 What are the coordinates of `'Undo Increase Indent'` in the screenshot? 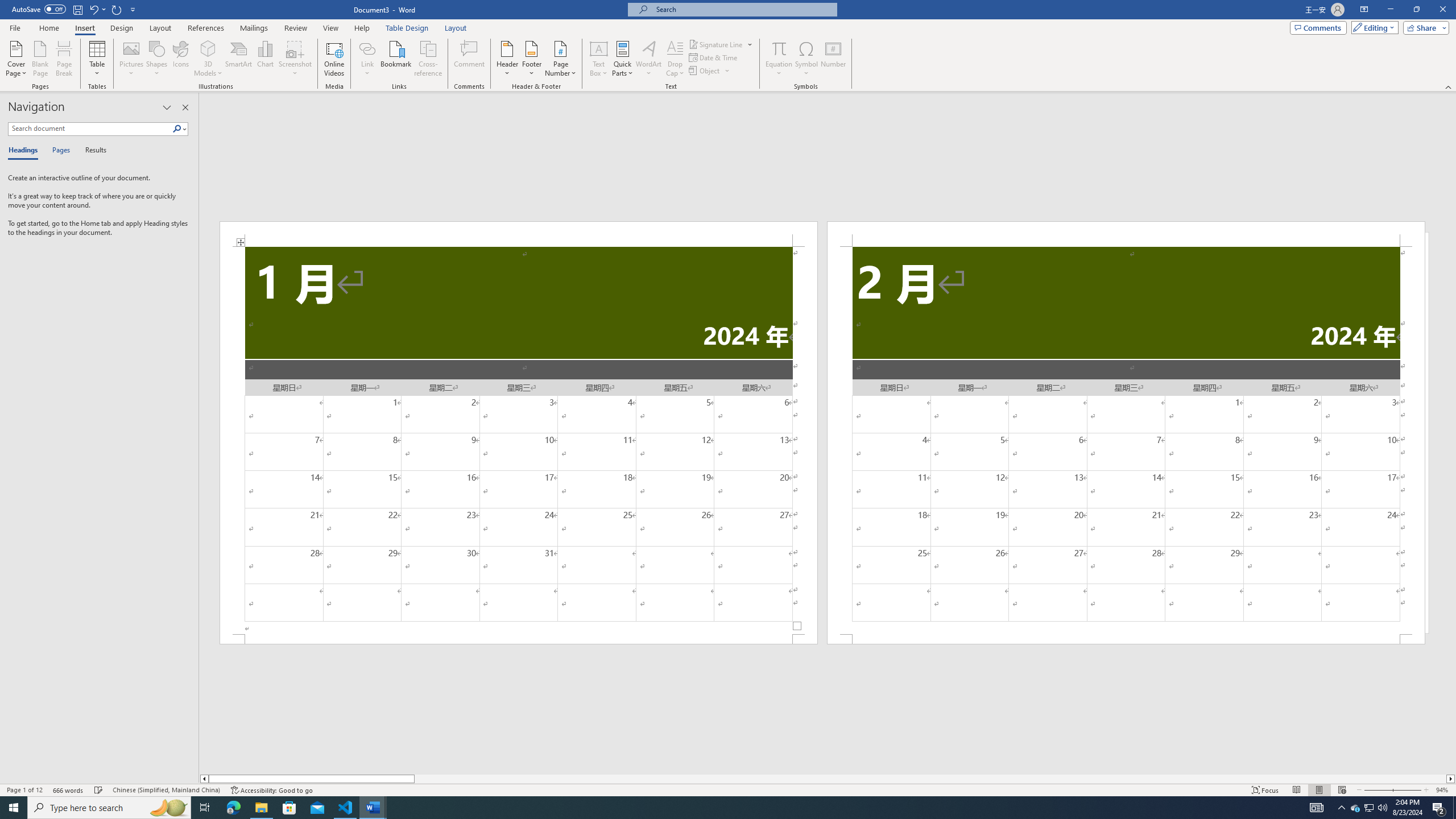 It's located at (93, 9).